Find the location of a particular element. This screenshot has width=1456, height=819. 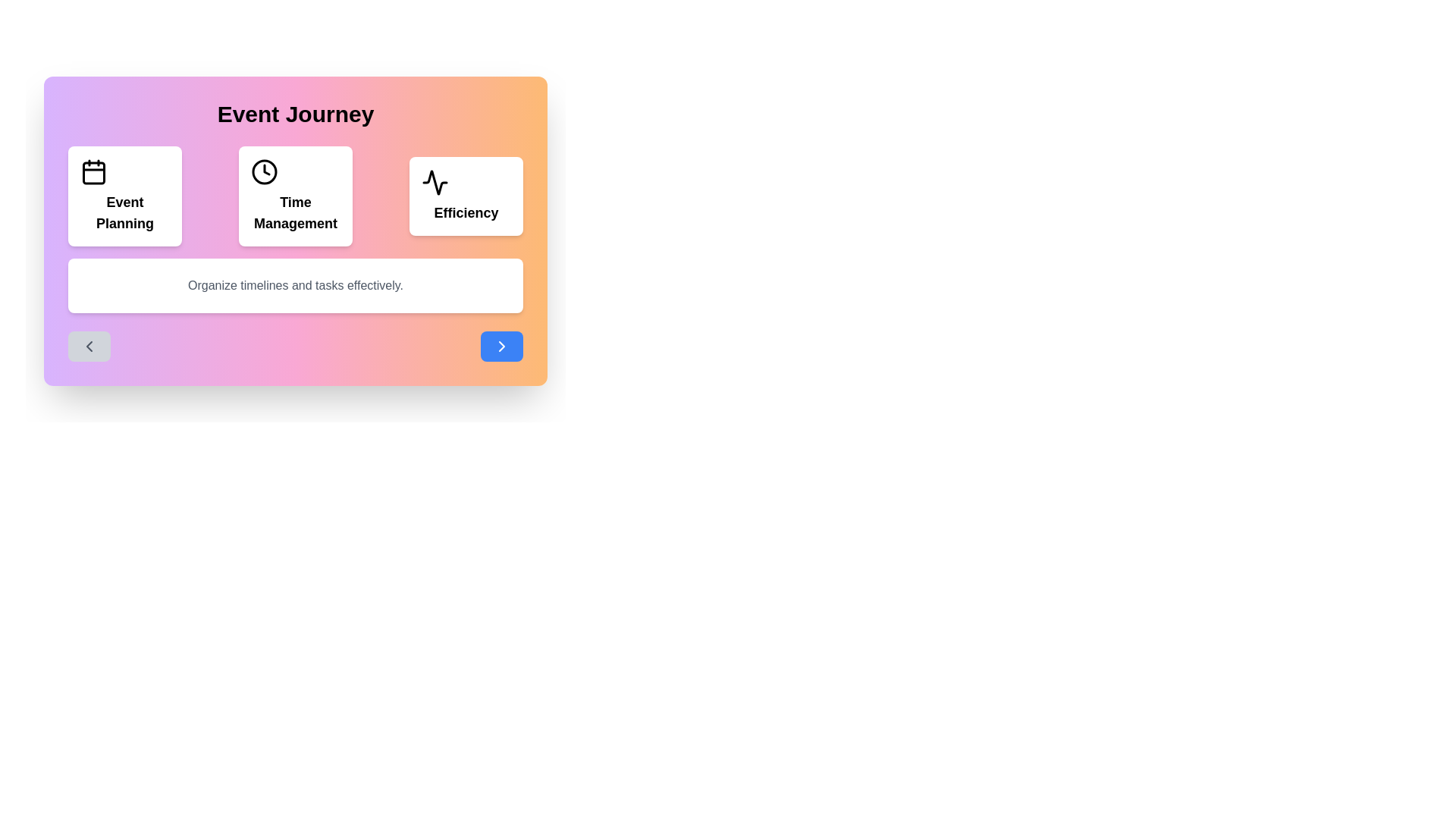

the event card representing Time Management is located at coordinates (295, 195).